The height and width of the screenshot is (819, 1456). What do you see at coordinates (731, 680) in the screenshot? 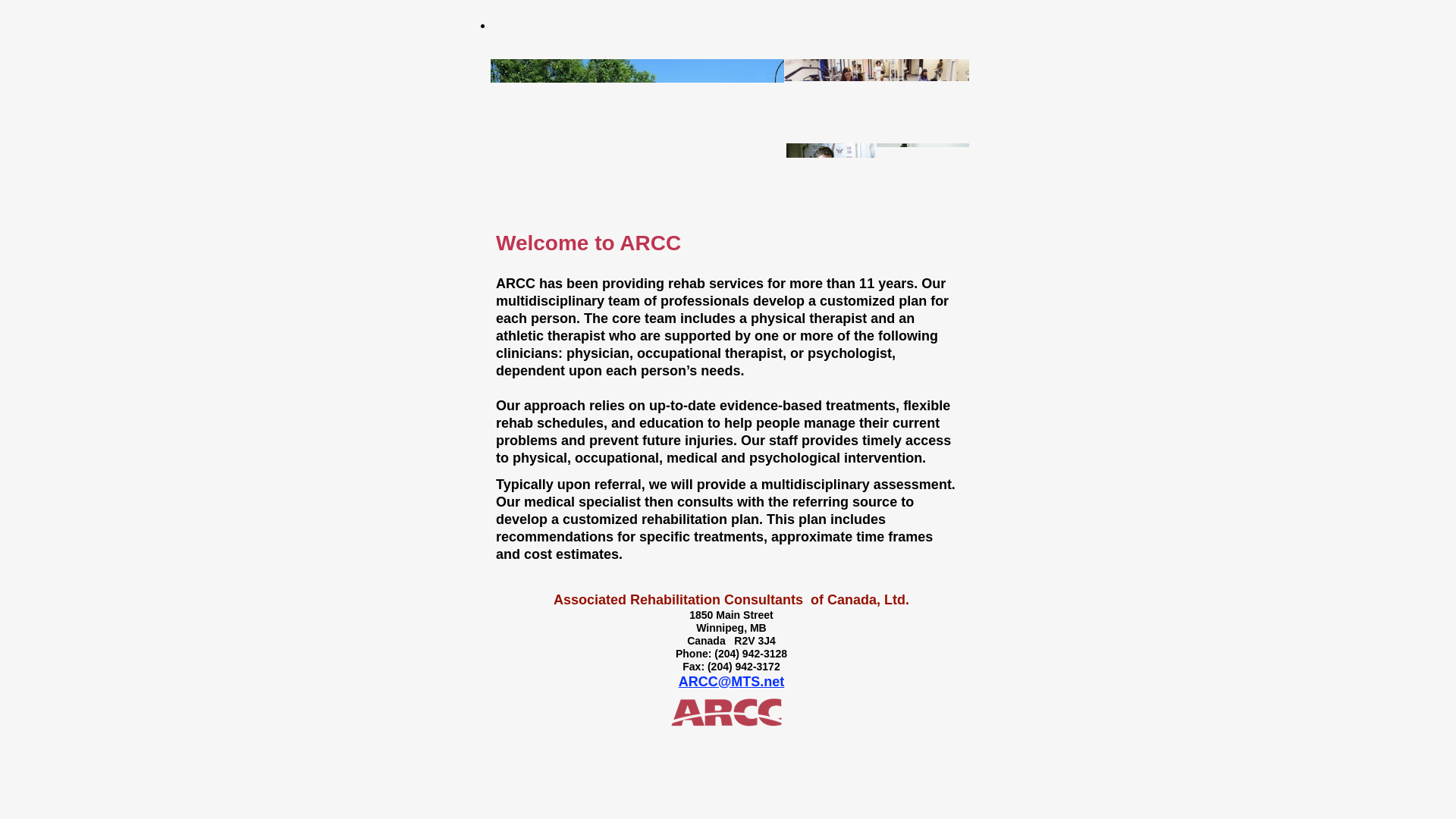
I see `'ARCC@MTS.net'` at bounding box center [731, 680].